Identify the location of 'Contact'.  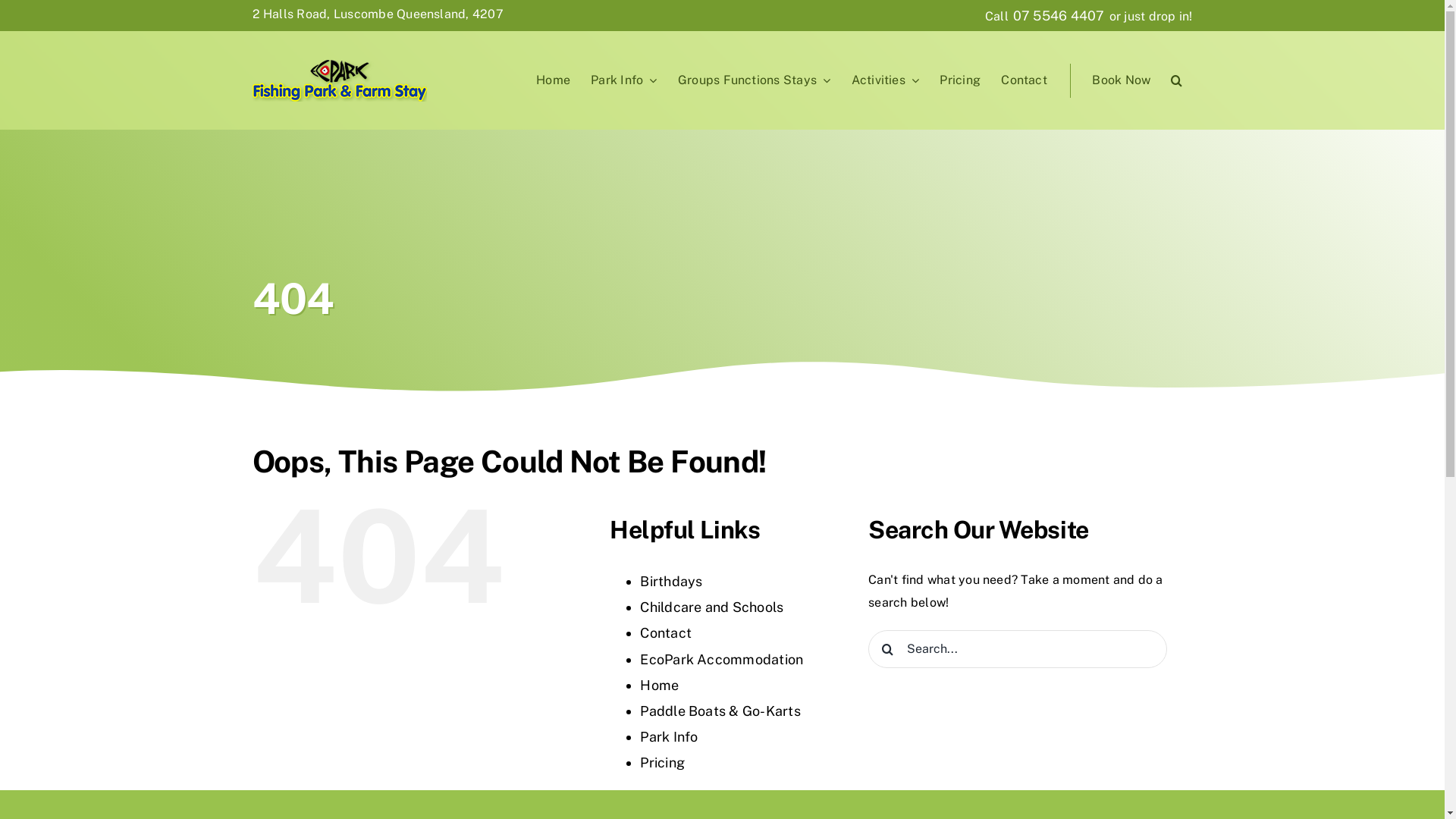
(1023, 80).